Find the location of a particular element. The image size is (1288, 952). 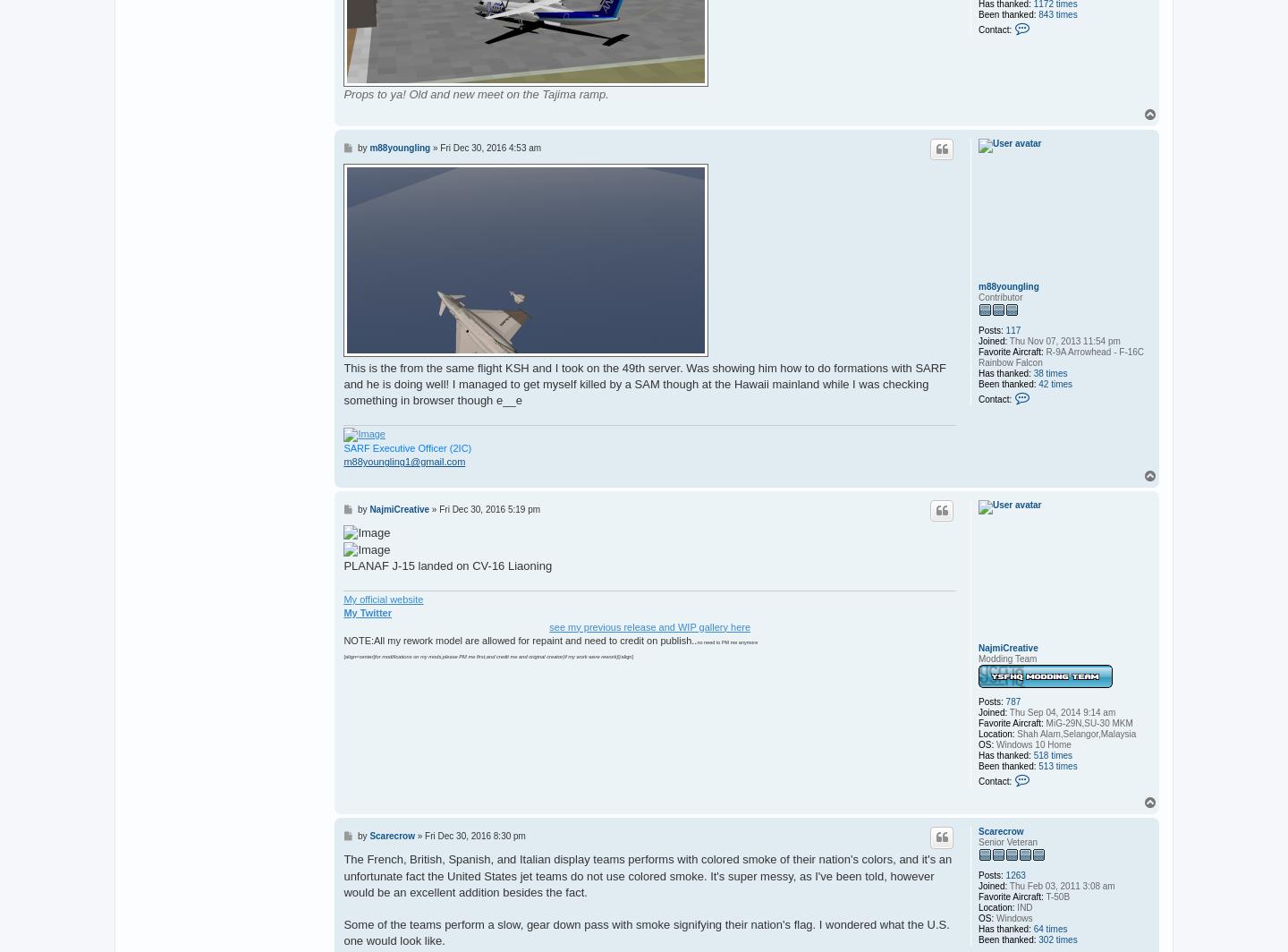

'My official website' is located at coordinates (383, 599).